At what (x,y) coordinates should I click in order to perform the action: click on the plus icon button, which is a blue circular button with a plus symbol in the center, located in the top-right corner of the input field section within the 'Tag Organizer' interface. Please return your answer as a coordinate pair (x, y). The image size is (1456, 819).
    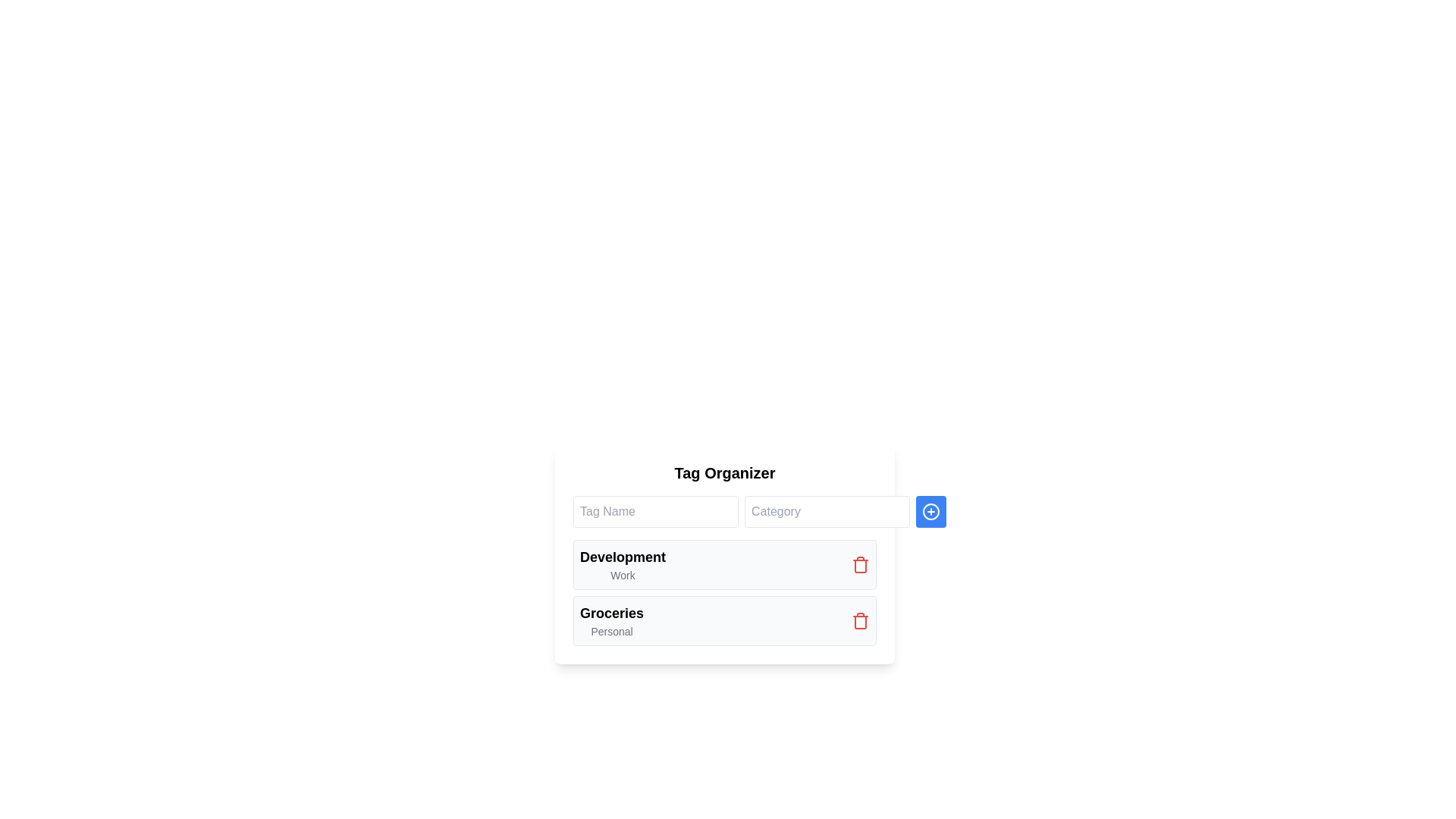
    Looking at the image, I should click on (930, 512).